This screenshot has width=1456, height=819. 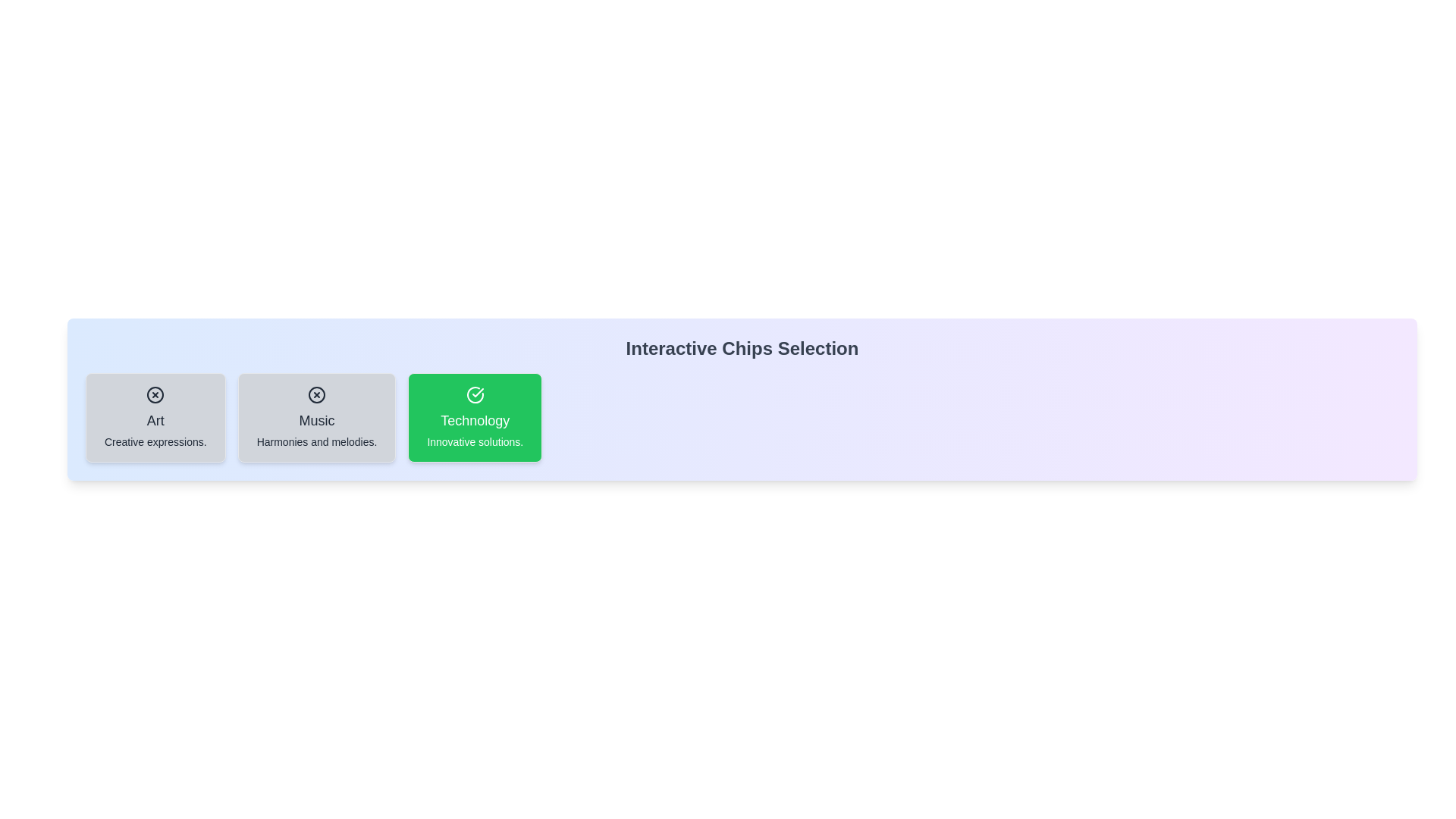 I want to click on the chip labeled 'Music' by clicking on it, so click(x=315, y=418).